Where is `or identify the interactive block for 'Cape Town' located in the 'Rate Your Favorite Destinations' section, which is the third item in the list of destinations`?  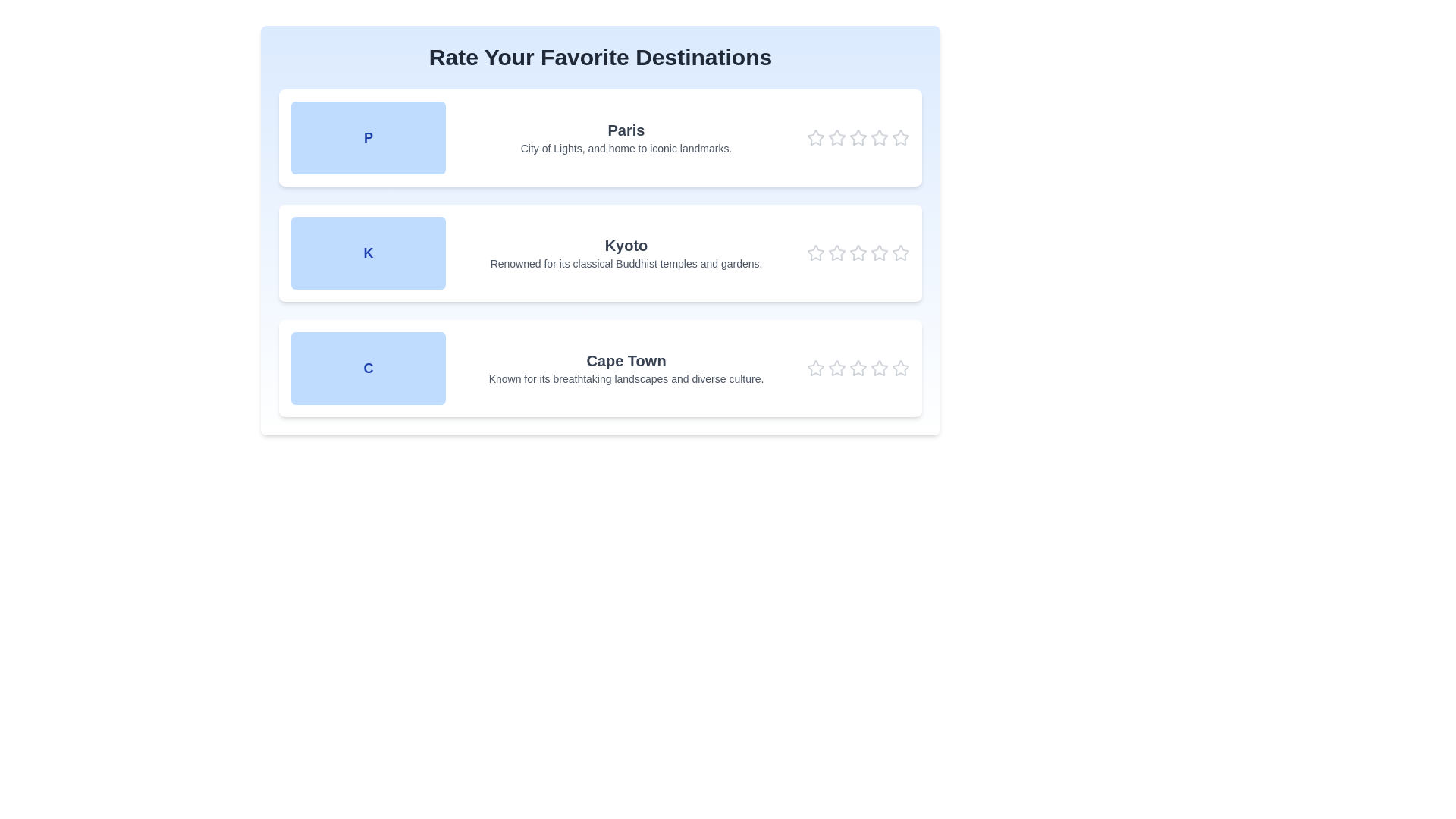
or identify the interactive block for 'Cape Town' located in the 'Rate Your Favorite Destinations' section, which is the third item in the list of destinations is located at coordinates (600, 369).